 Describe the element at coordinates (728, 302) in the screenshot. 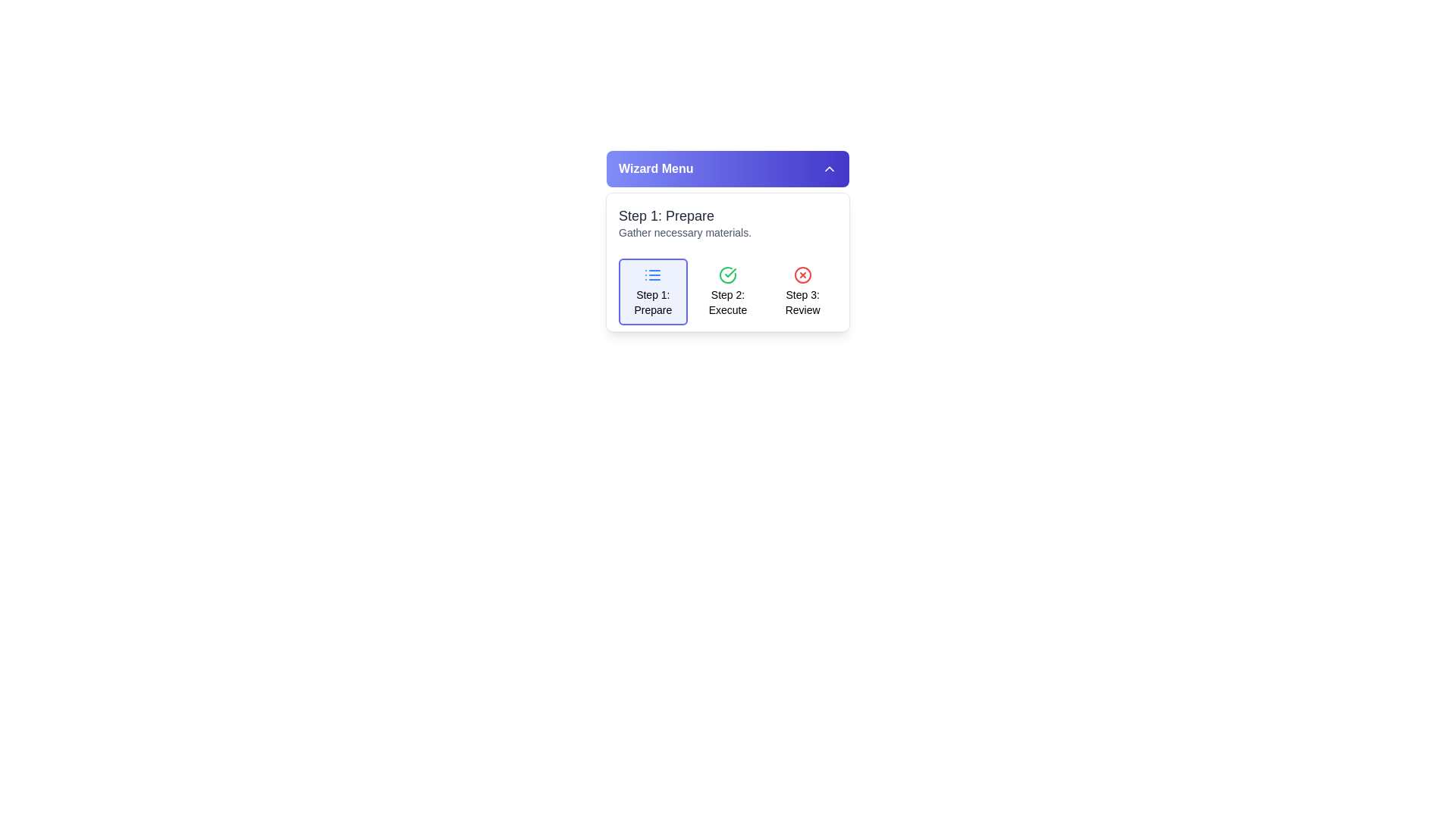

I see `text from the Label element that displays 'Step 2: Execute', which is styled in a clean sans-serif font and positioned within the Wizard Menu, below a green circular icon` at that location.